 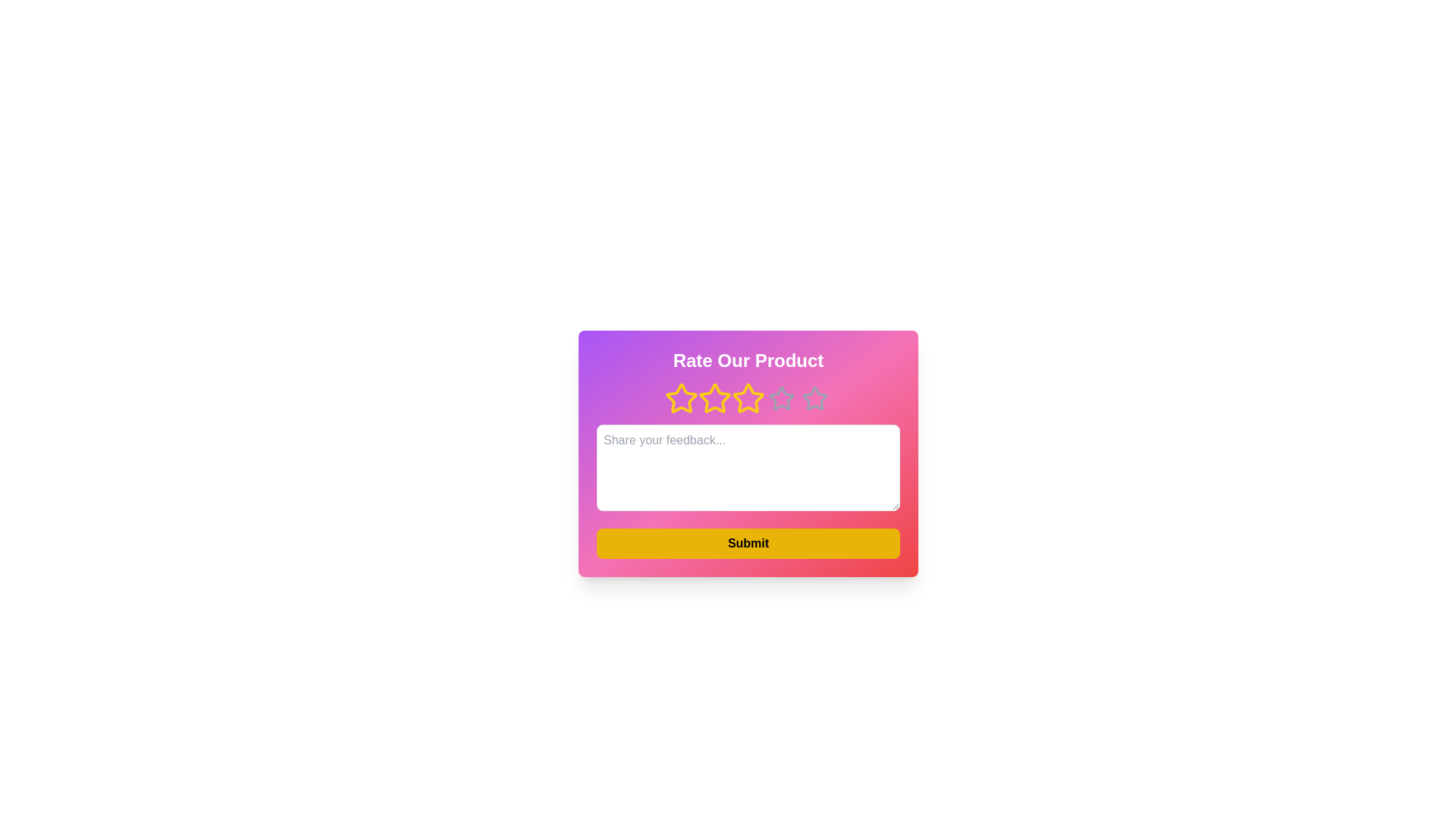 What do you see at coordinates (748, 397) in the screenshot?
I see `the third yellow star icon in the rating system` at bounding box center [748, 397].